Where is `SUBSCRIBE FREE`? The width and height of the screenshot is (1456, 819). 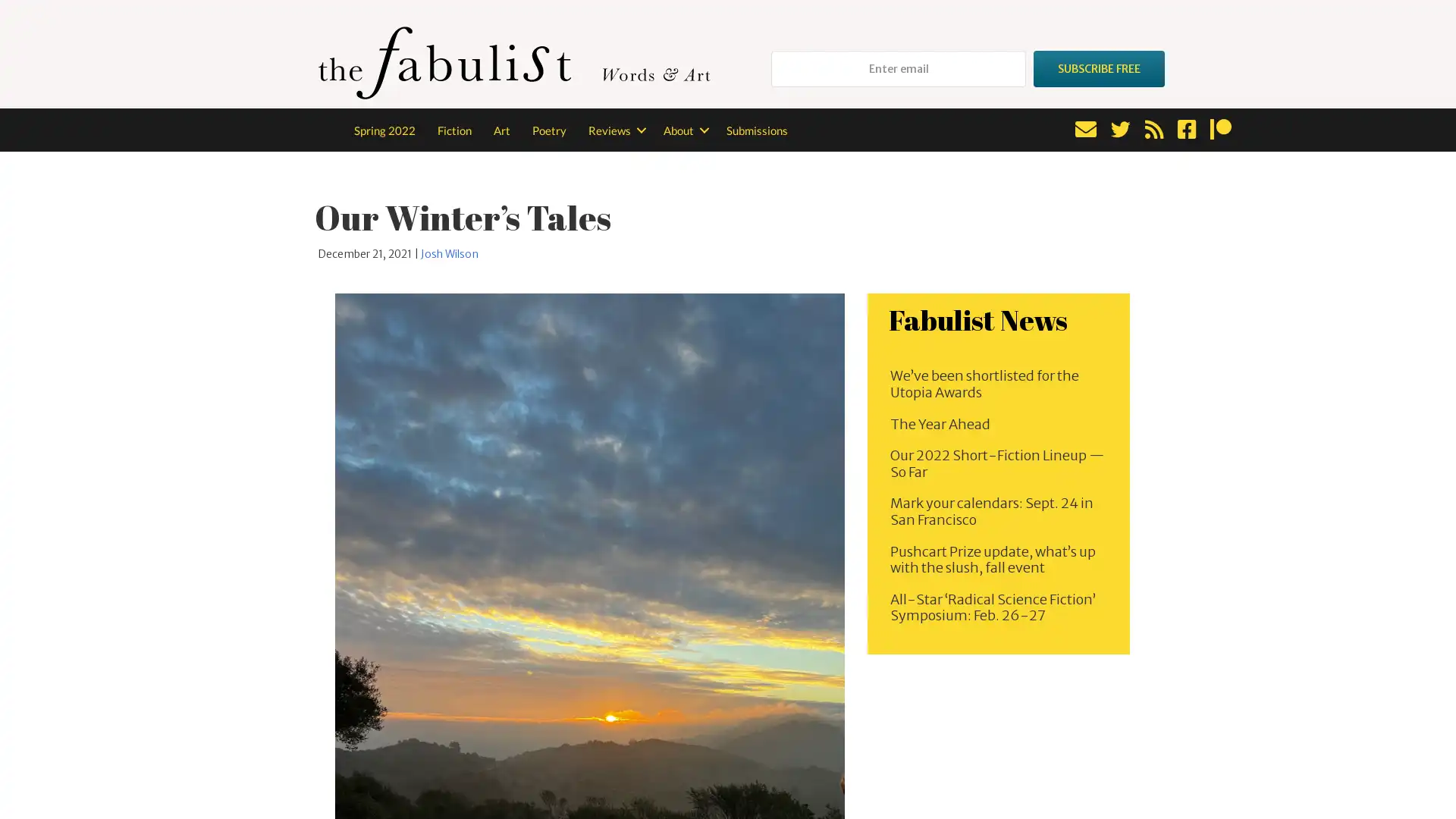
SUBSCRIBE FREE is located at coordinates (1098, 67).